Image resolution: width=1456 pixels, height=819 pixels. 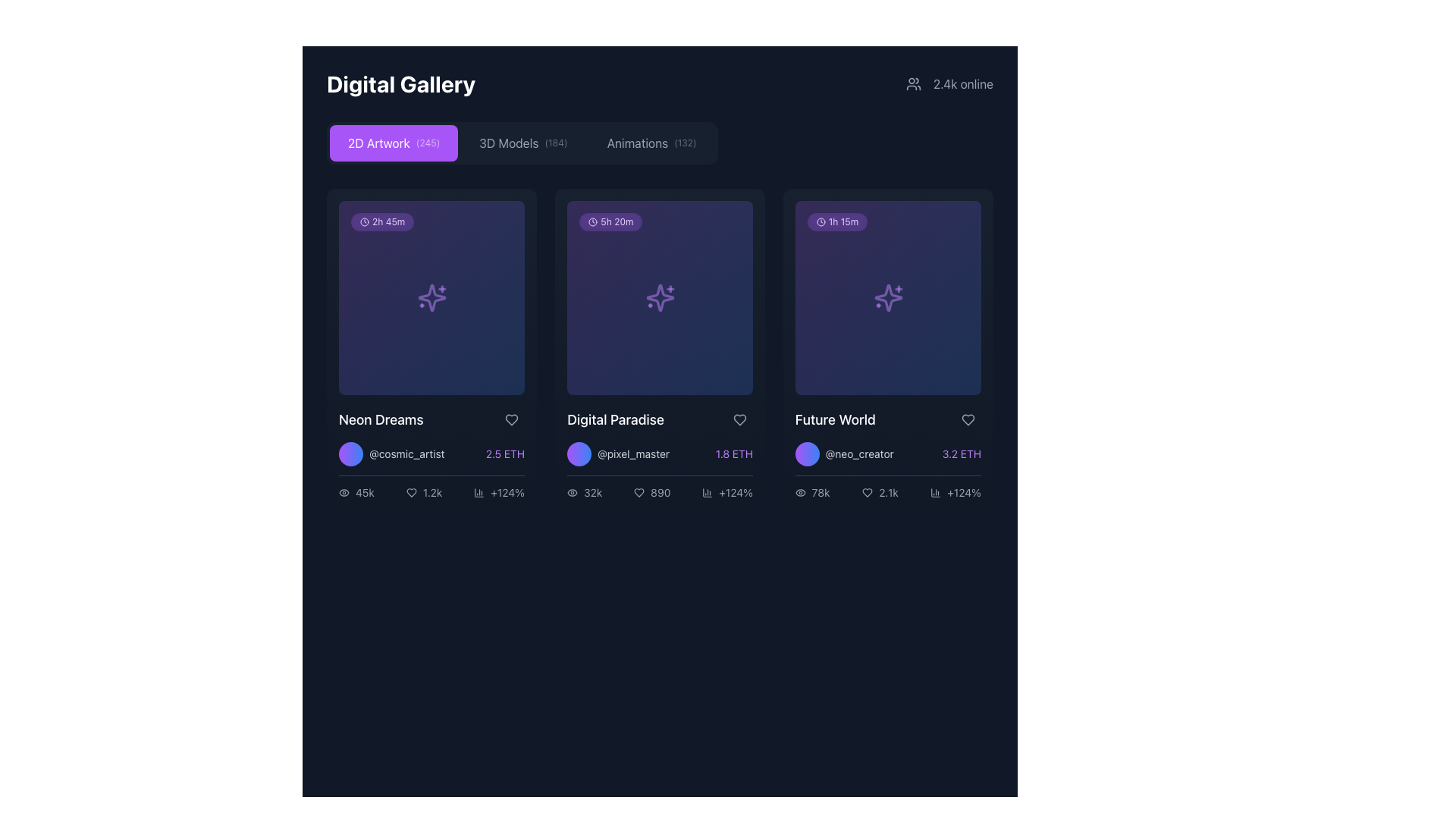 What do you see at coordinates (344, 493) in the screenshot?
I see `the visibility icon located to the left of the text '45k' in the bottom-left corner of the 'Neon Dreams' card` at bounding box center [344, 493].